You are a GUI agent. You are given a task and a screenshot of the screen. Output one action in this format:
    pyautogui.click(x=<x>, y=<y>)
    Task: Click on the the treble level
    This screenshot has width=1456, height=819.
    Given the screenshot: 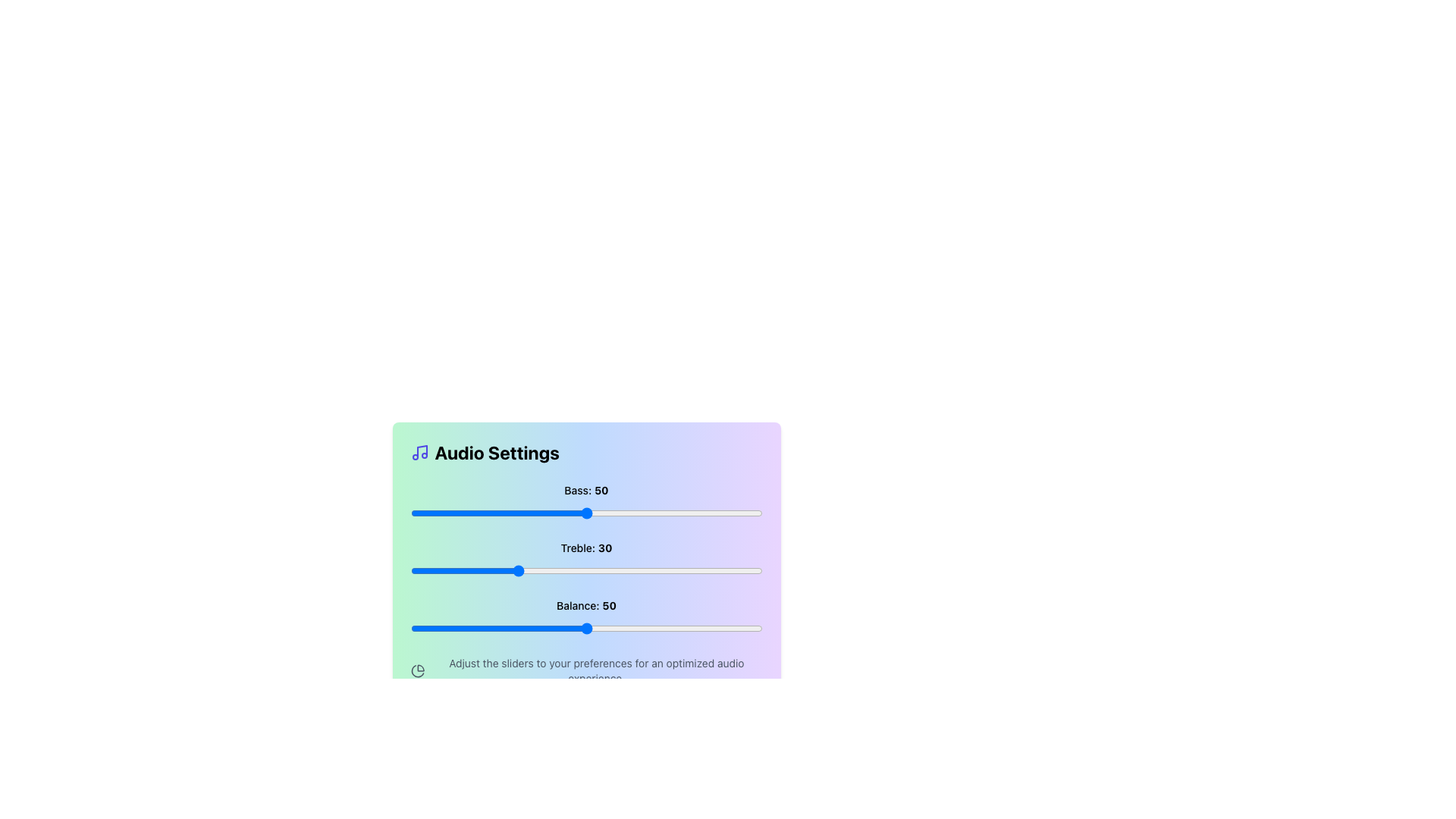 What is the action you would take?
    pyautogui.click(x=691, y=570)
    